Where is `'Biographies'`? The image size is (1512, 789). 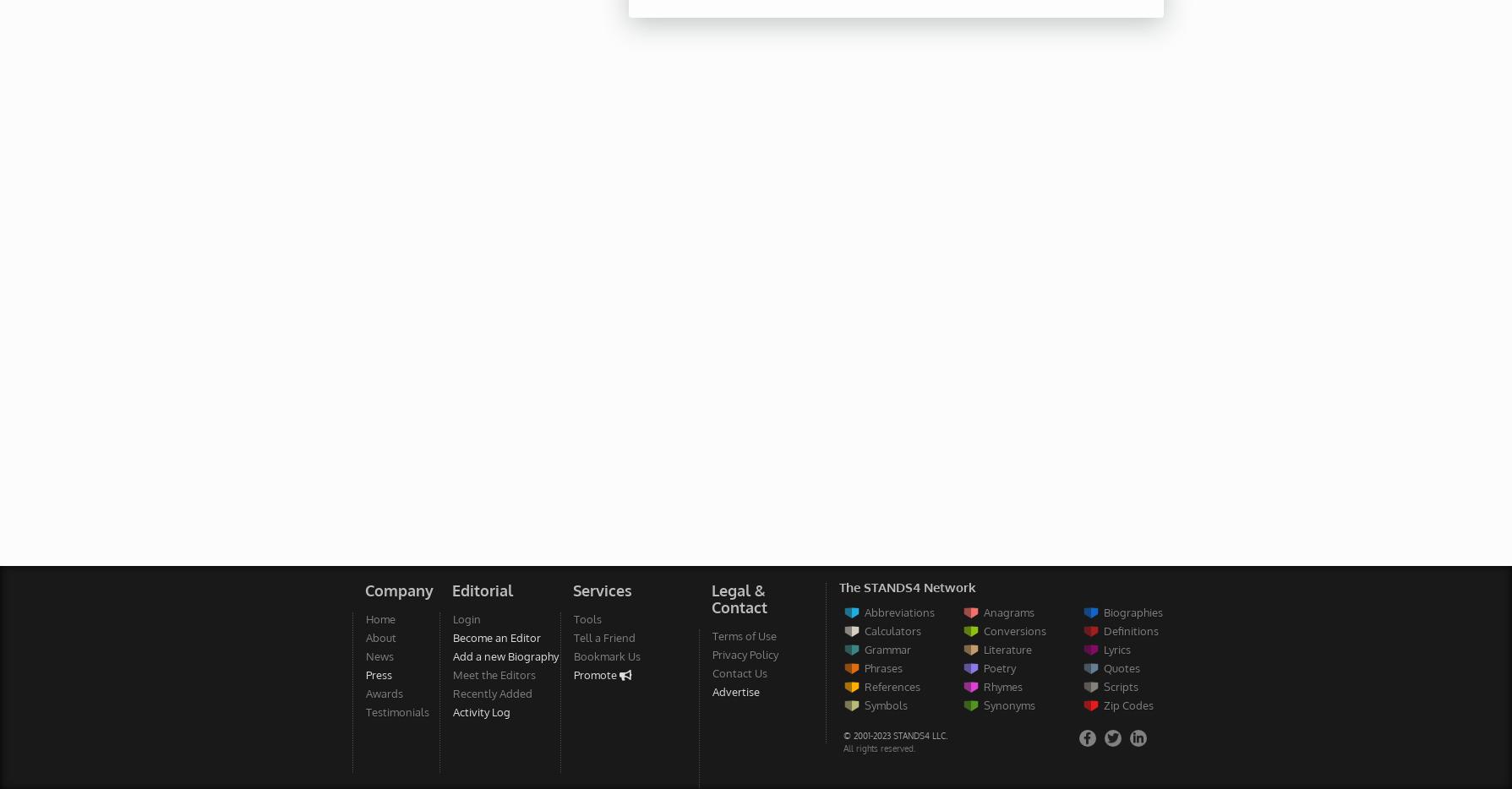
'Biographies' is located at coordinates (1103, 612).